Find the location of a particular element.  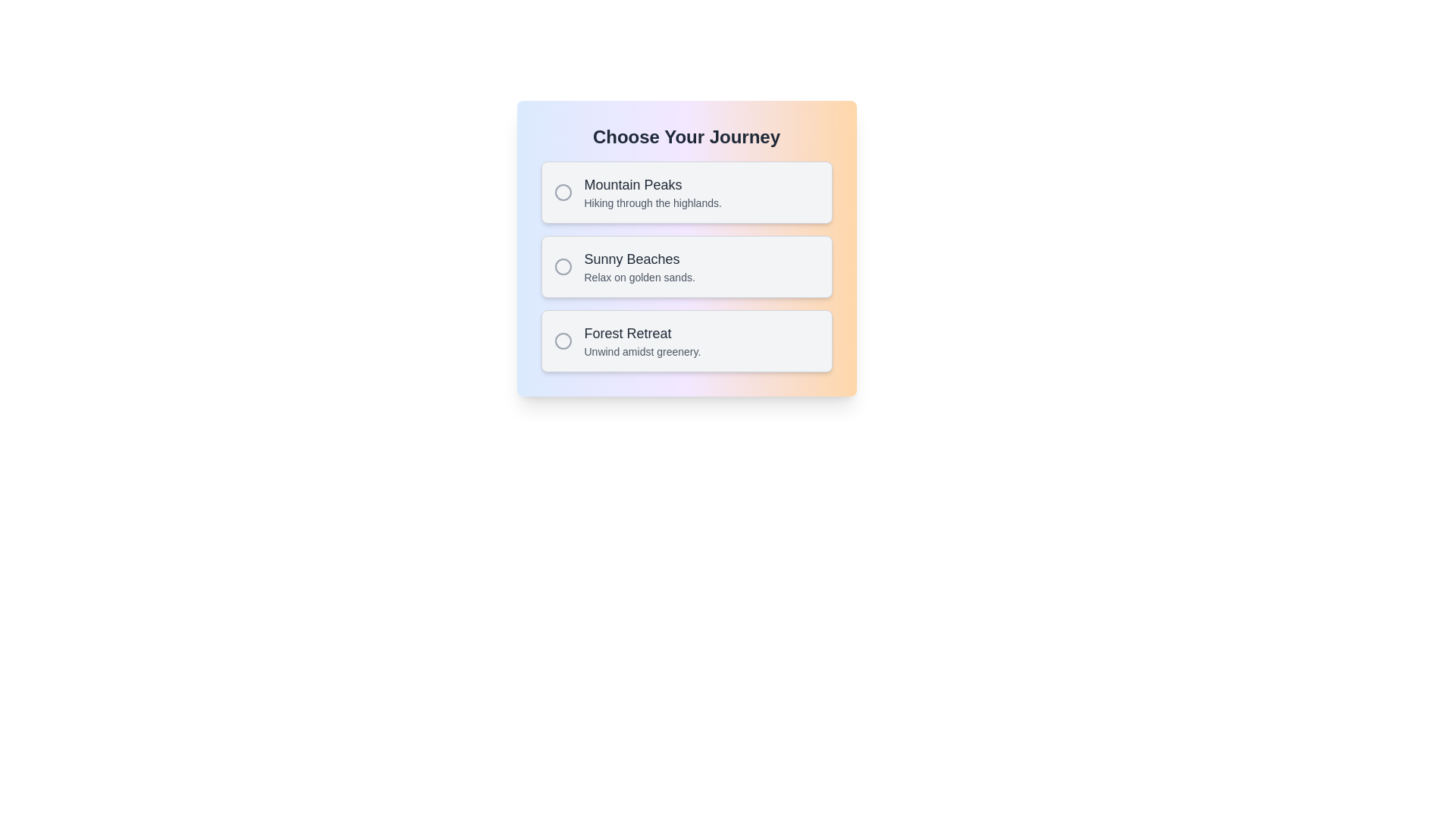

text content of the Text Label located inside the first item of a vertically aligned list of selectable options, positioned to the right of a circular checkbox indicator is located at coordinates (653, 192).